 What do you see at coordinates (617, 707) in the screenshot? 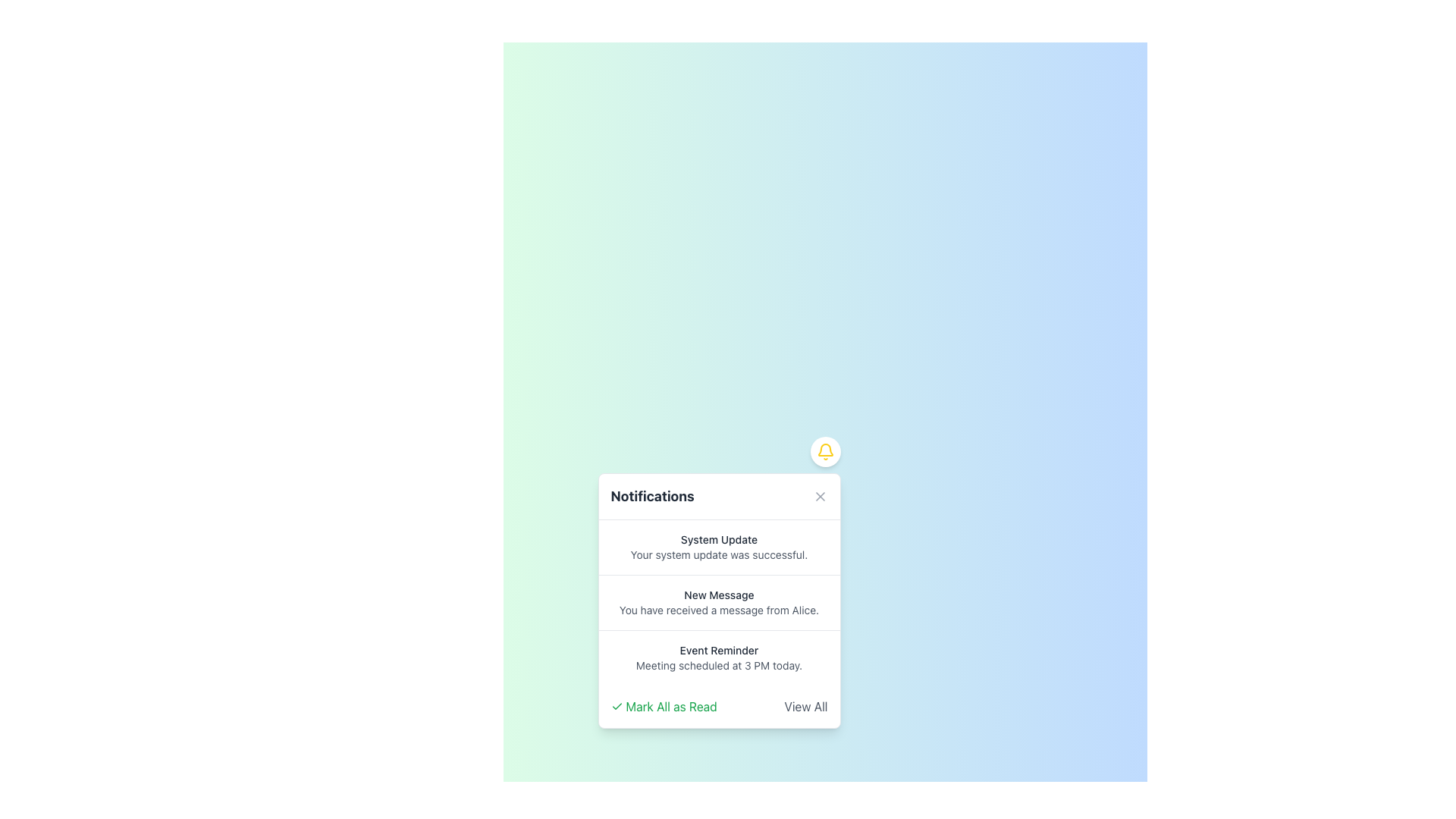
I see `the green checkmark icon located on the left side of the 'Mark All as Read' button` at bounding box center [617, 707].